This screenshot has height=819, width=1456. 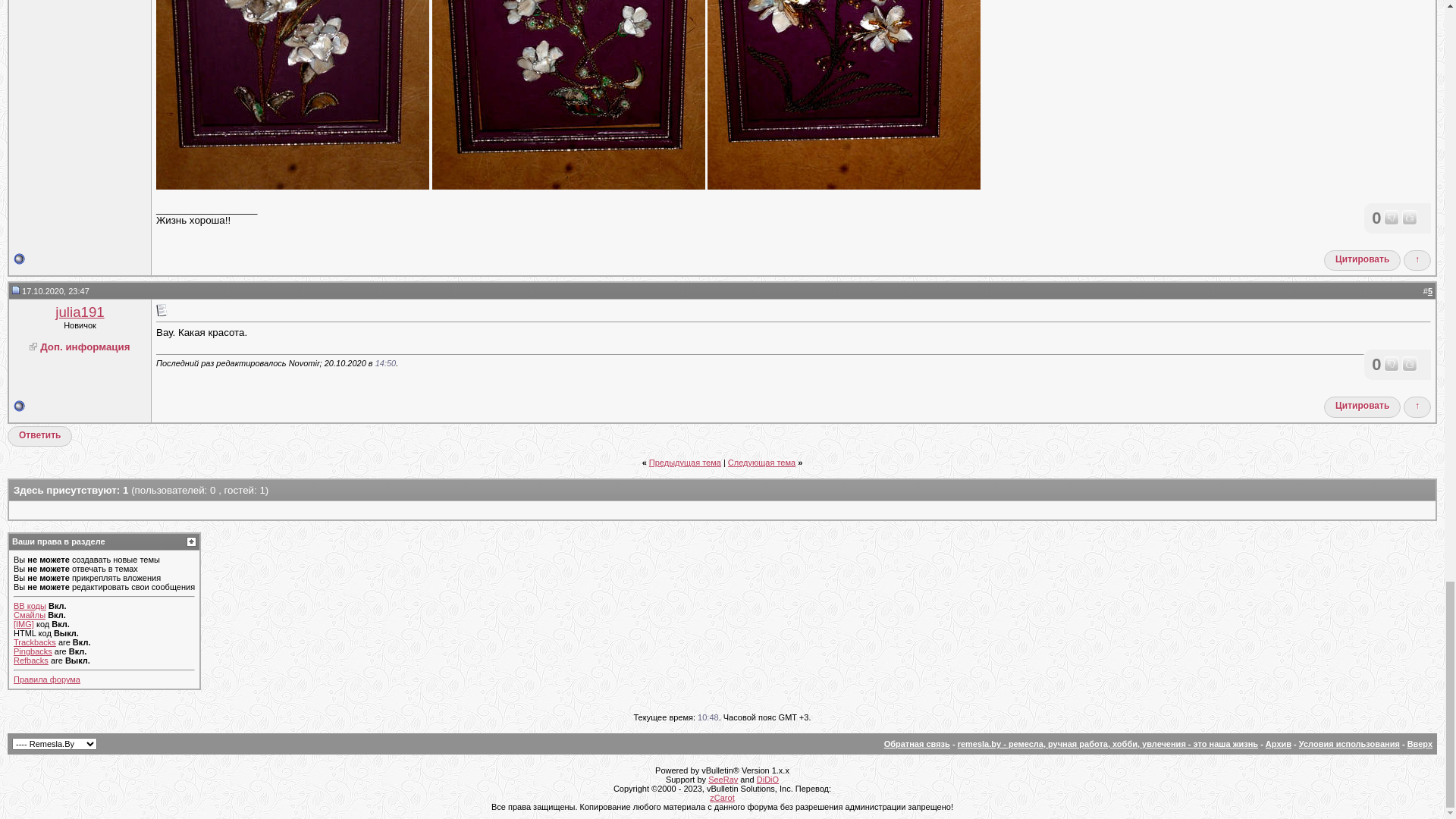 I want to click on '2', so click(x=33, y=277).